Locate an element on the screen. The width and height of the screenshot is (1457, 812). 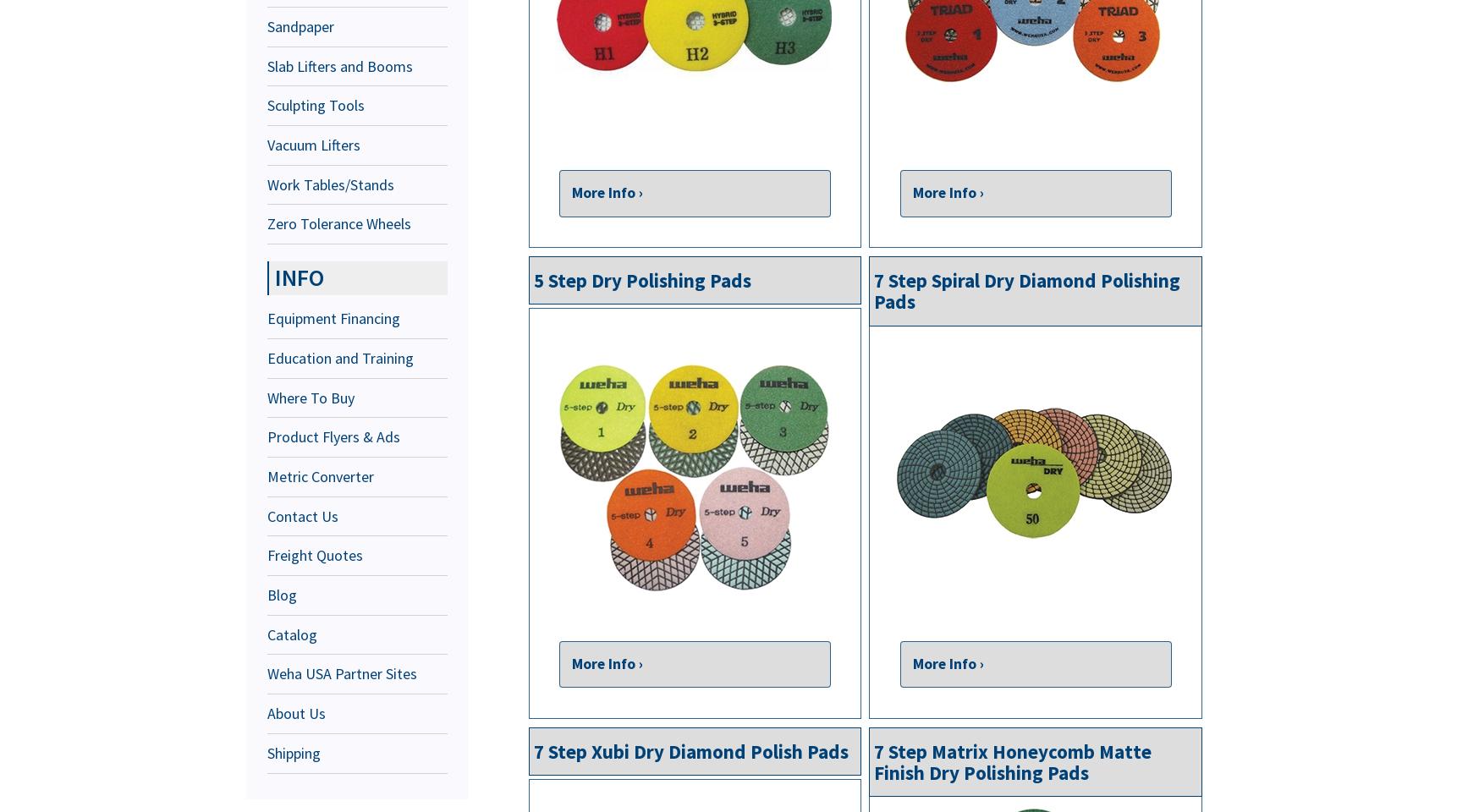
'Weha USA Partner Sites' is located at coordinates (342, 673).